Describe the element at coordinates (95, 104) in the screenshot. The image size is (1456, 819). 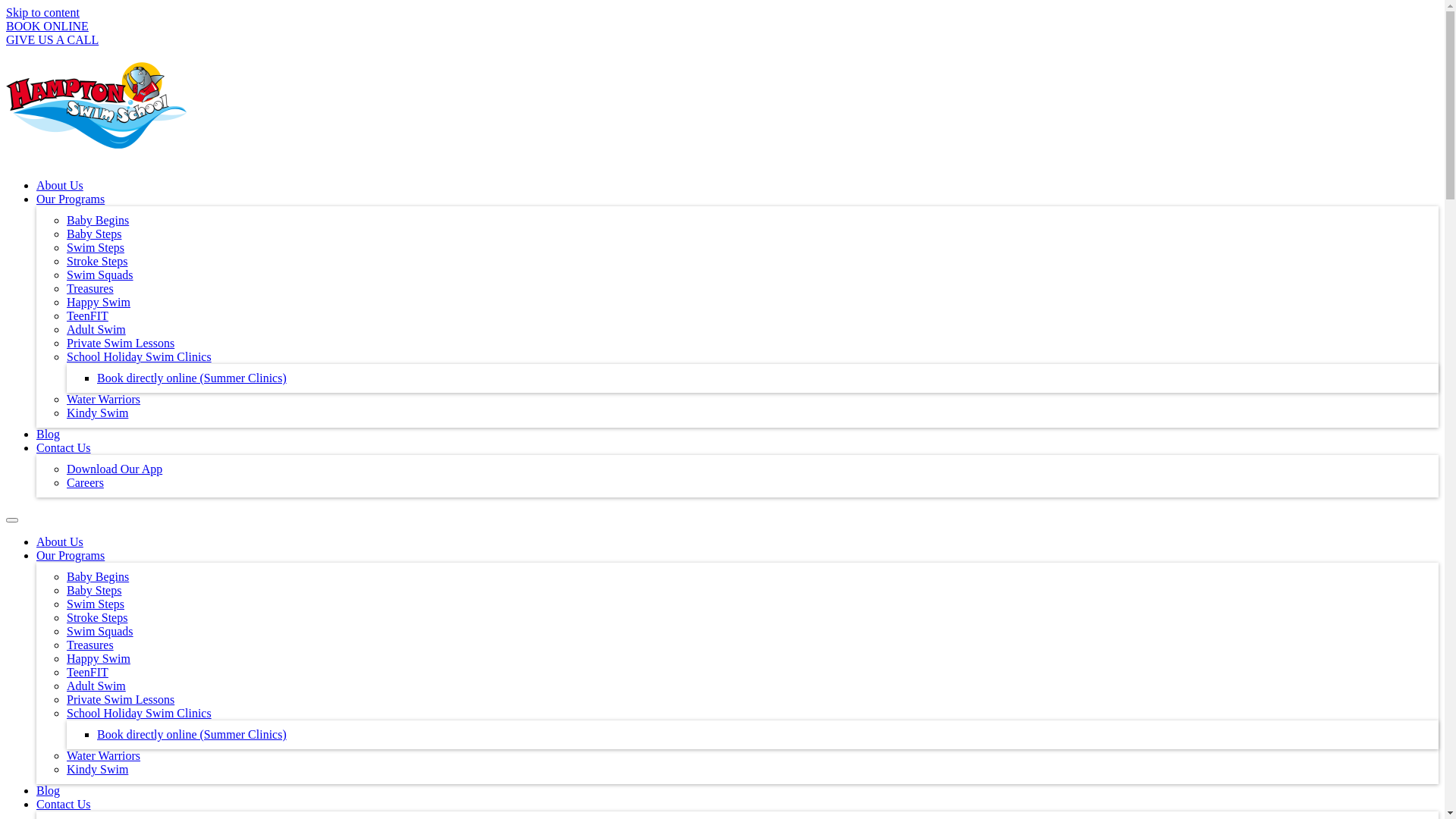
I see `'Hampton-Logo'` at that location.